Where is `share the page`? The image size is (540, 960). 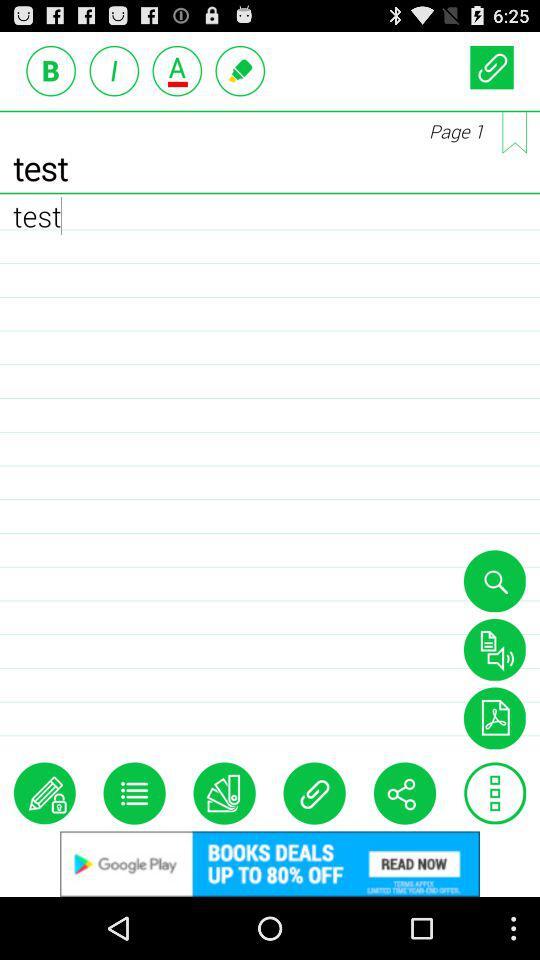
share the page is located at coordinates (404, 793).